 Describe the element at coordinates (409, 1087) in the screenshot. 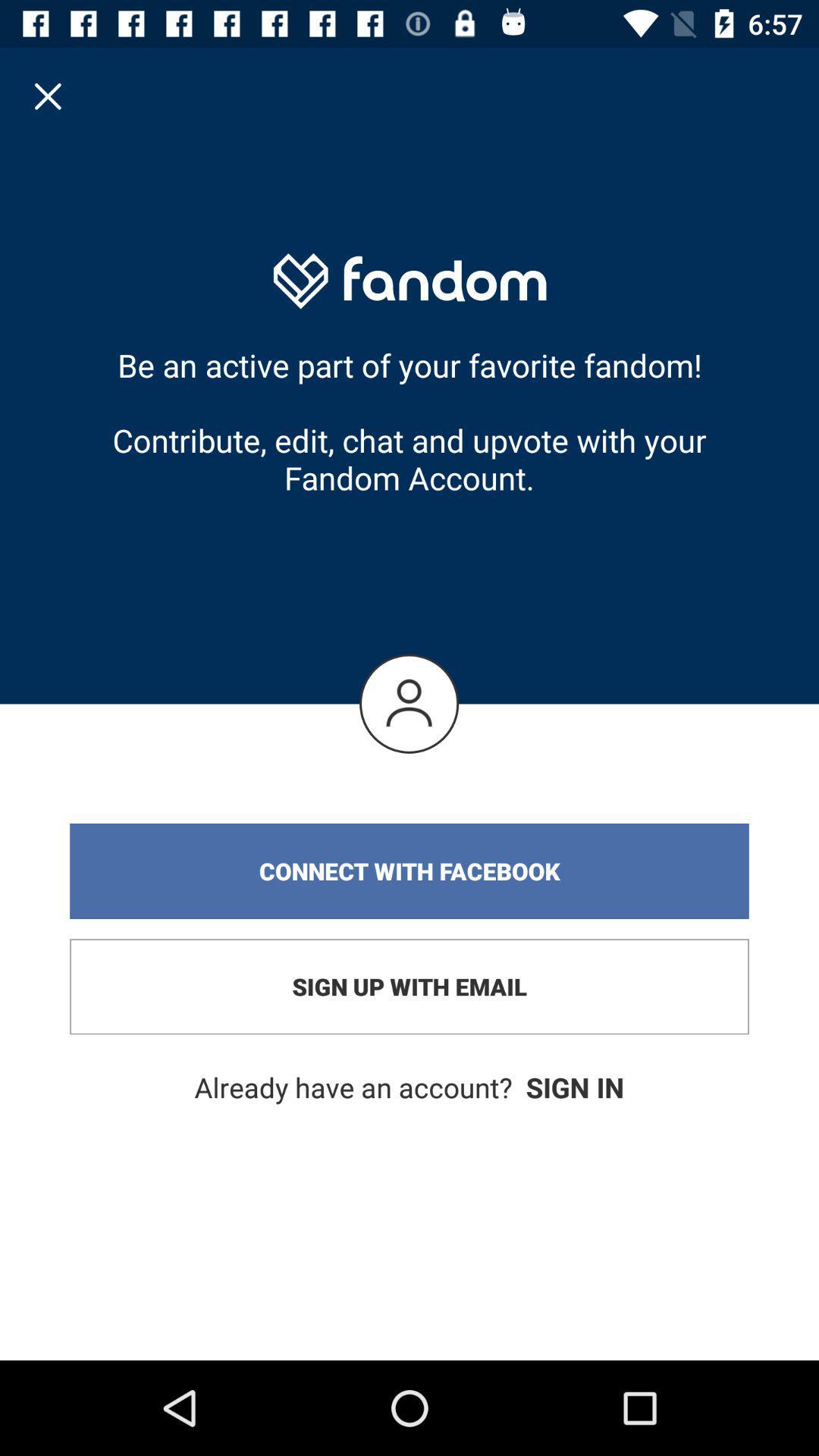

I see `icon below the sign up with icon` at that location.